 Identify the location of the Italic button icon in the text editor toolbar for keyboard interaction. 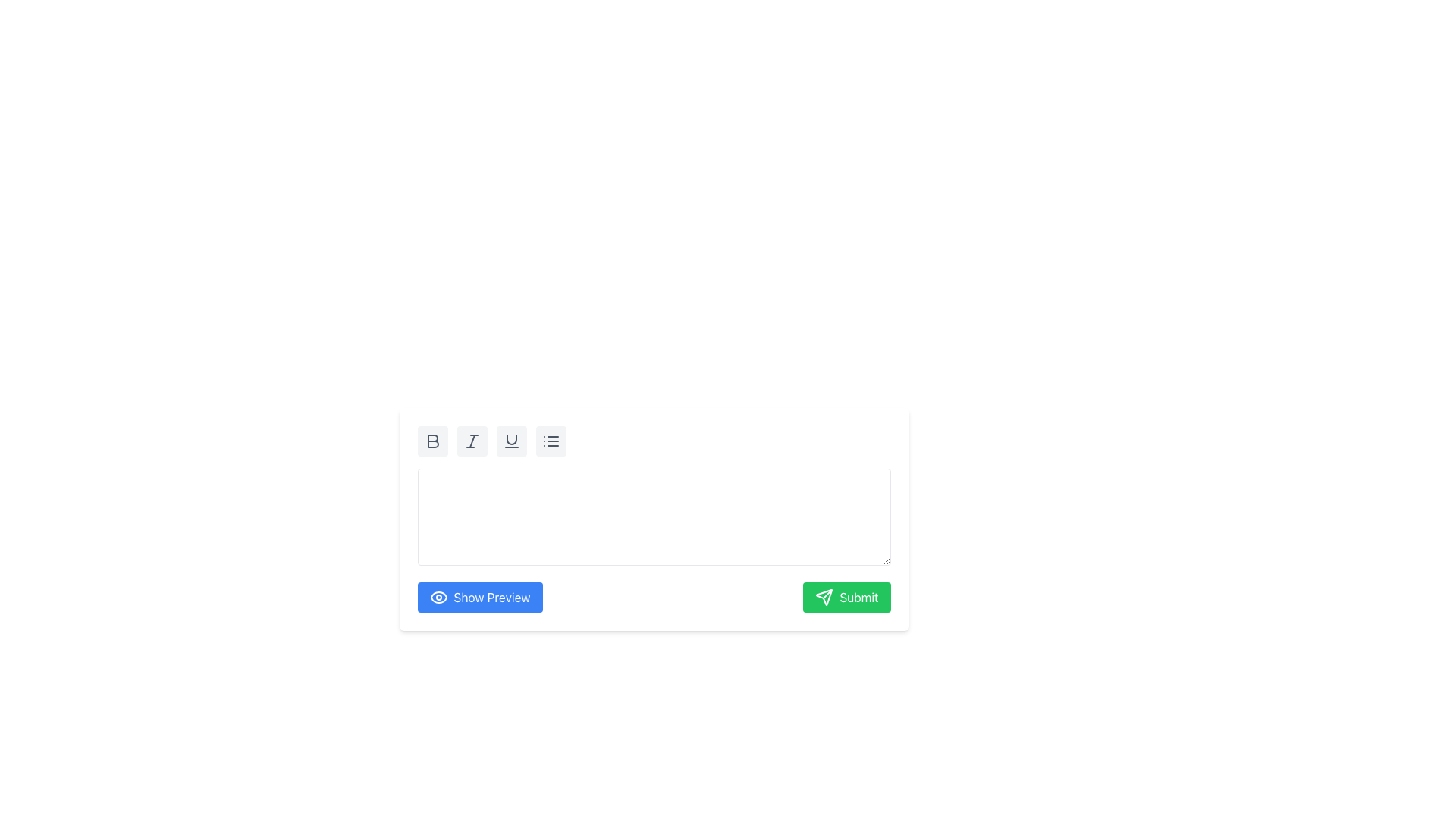
(471, 441).